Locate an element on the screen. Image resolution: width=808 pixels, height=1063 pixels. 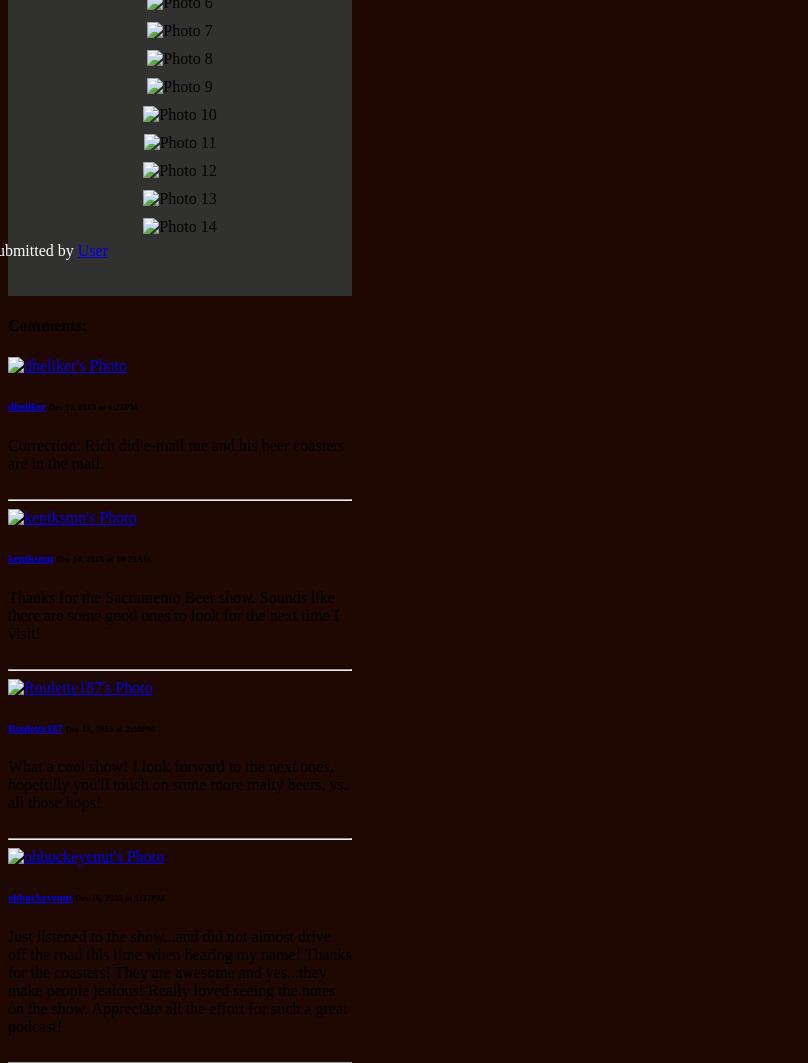
'kentksmn' is located at coordinates (30, 556).